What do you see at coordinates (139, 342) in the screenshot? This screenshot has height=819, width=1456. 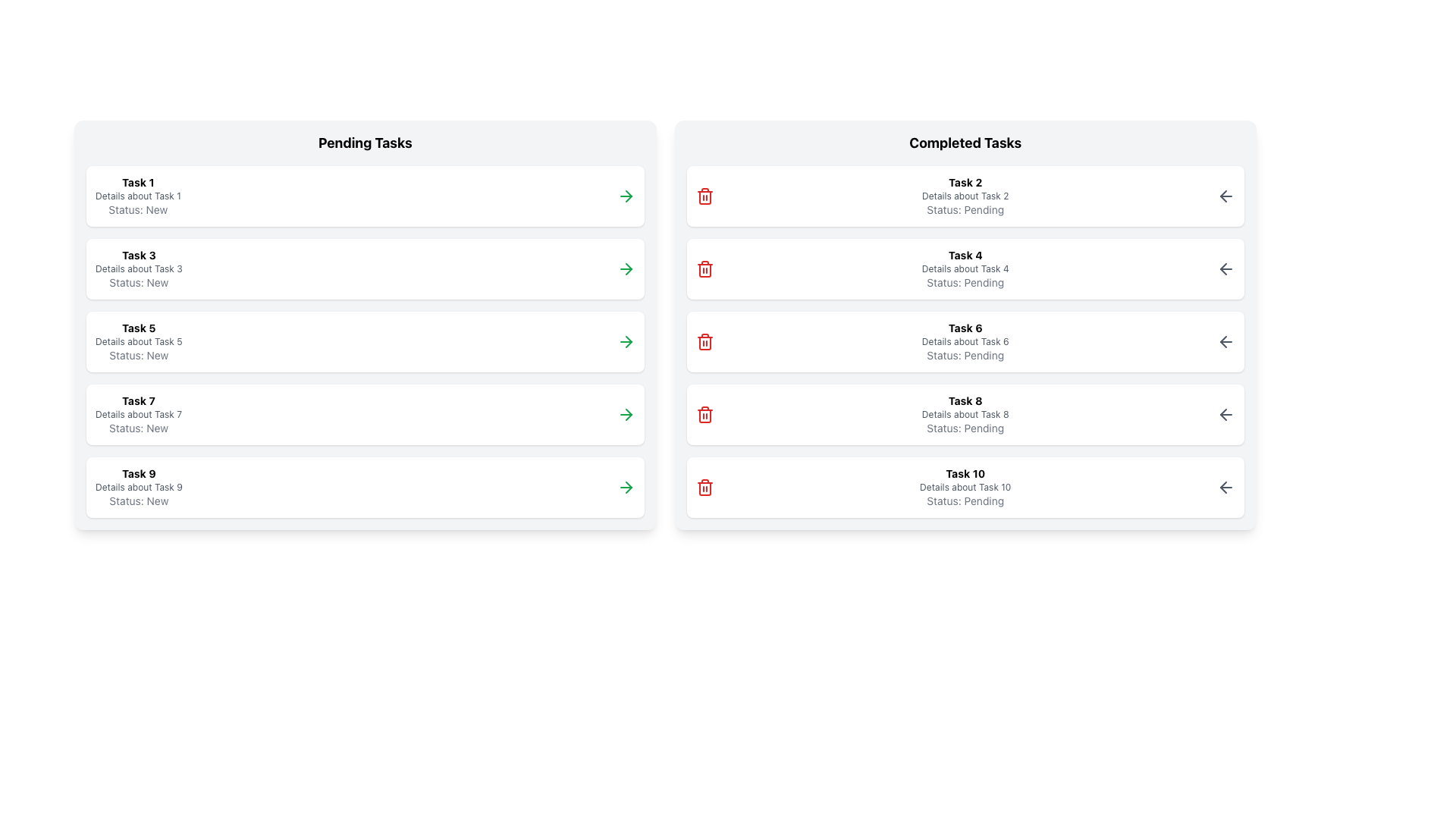 I see `the text label providing additional descriptive information about 'Task 5', located in the information card under the 'Pending Tasks' column` at bounding box center [139, 342].